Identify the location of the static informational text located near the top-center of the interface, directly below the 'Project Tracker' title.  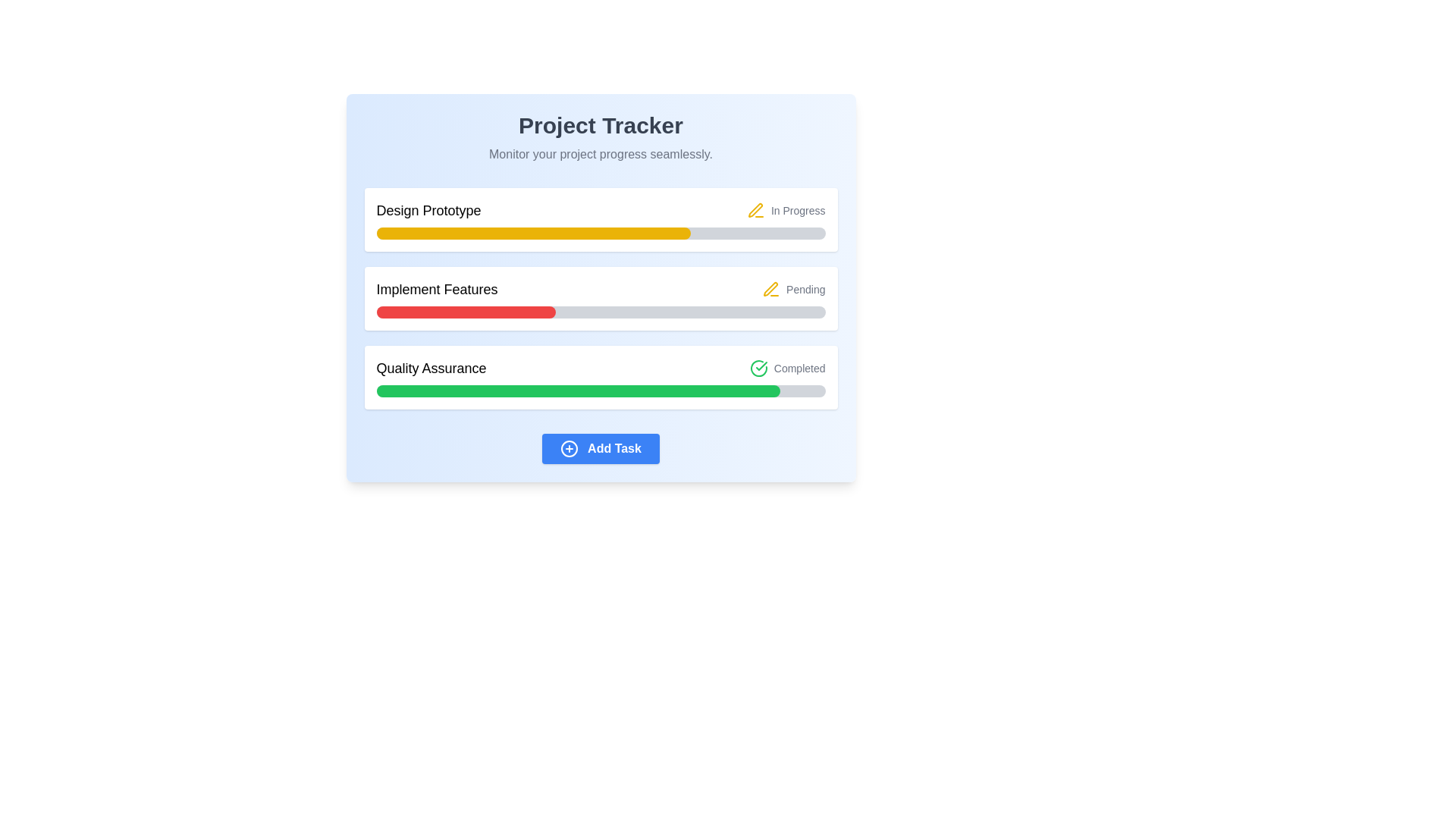
(600, 155).